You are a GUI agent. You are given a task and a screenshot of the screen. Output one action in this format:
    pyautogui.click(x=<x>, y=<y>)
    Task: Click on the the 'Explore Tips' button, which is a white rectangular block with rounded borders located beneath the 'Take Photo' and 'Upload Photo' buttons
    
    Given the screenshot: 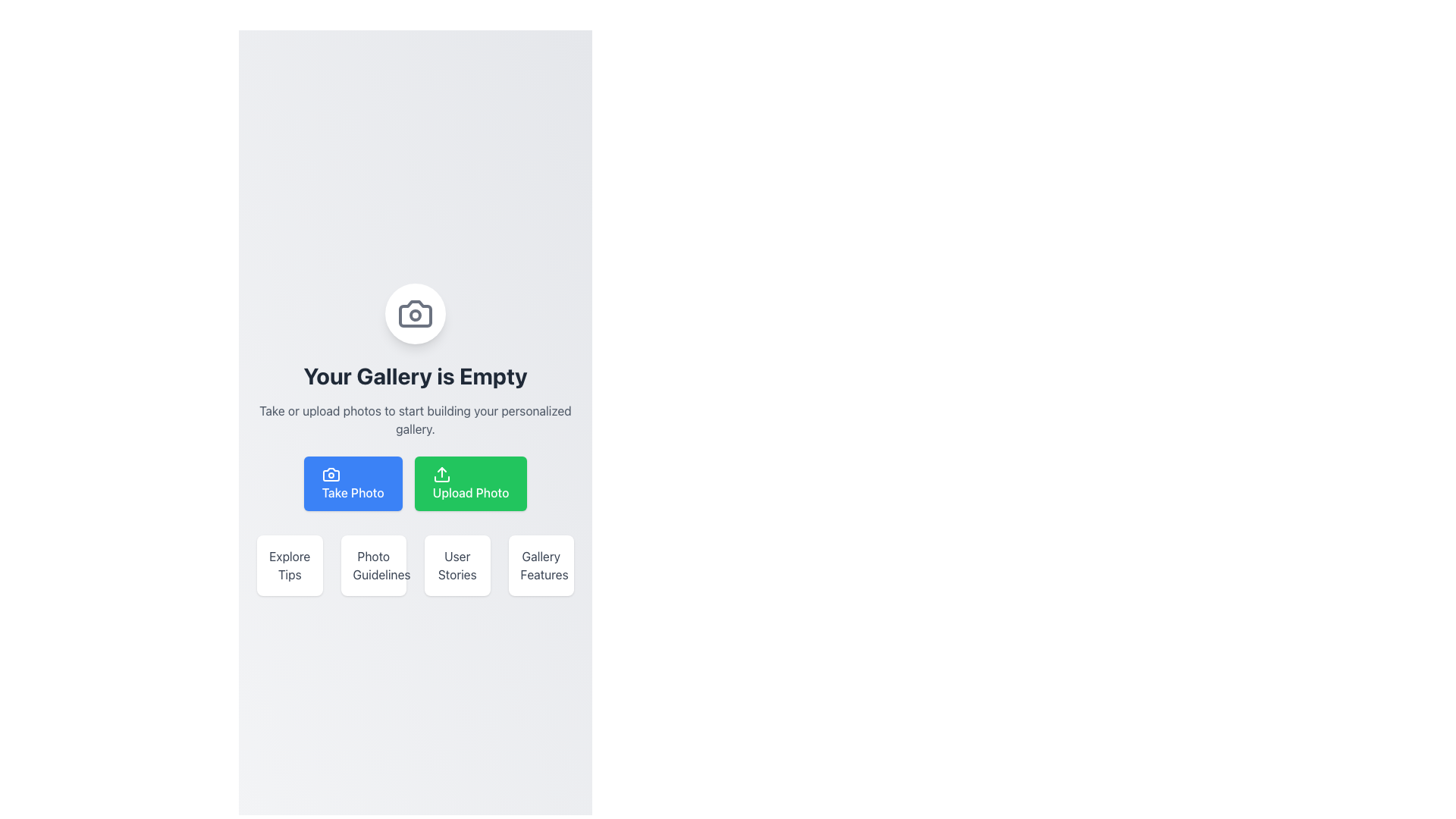 What is the action you would take?
    pyautogui.click(x=290, y=565)
    